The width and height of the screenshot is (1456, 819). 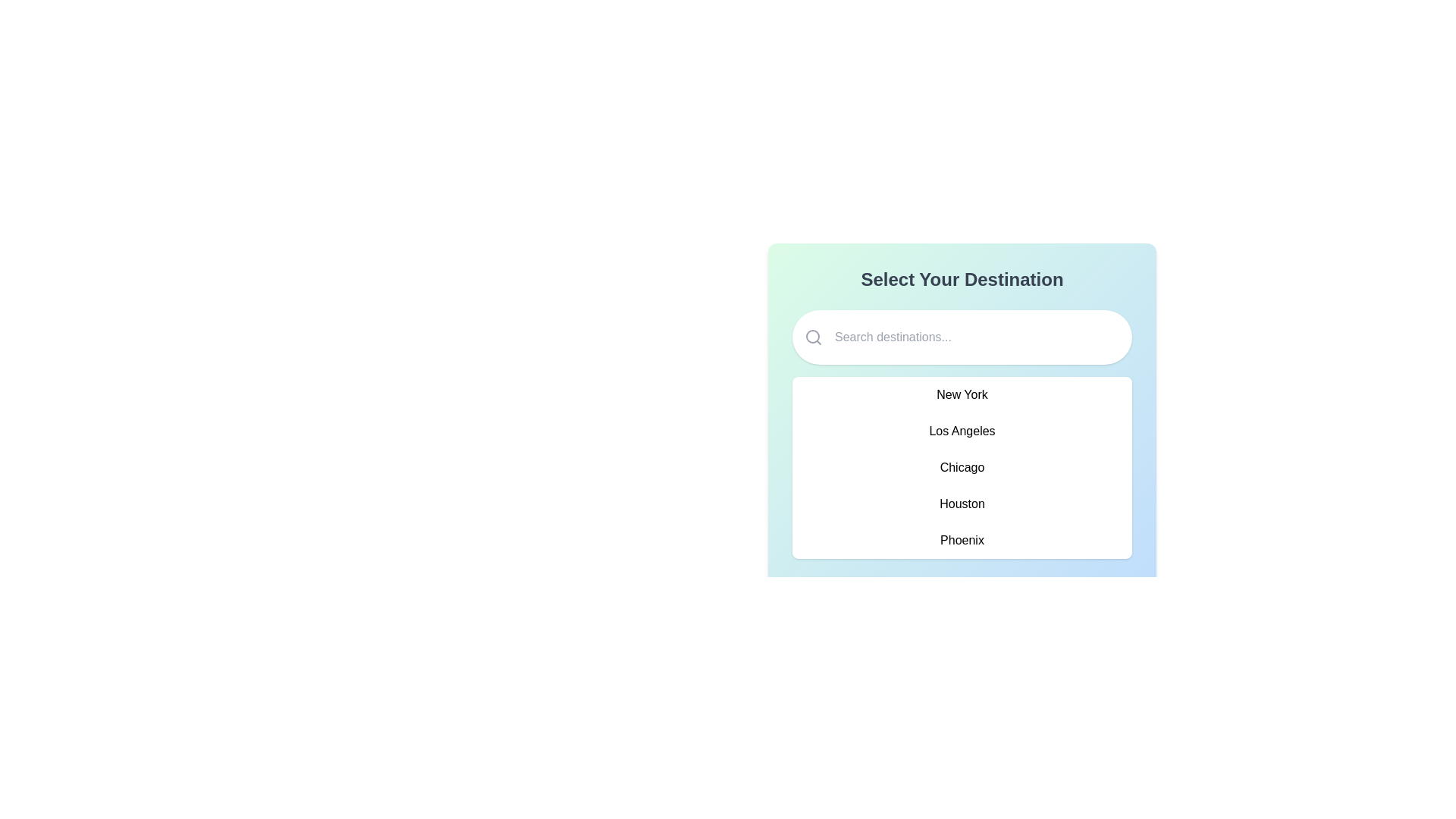 I want to click on the selectable list item labeled 'Houston', so click(x=961, y=504).